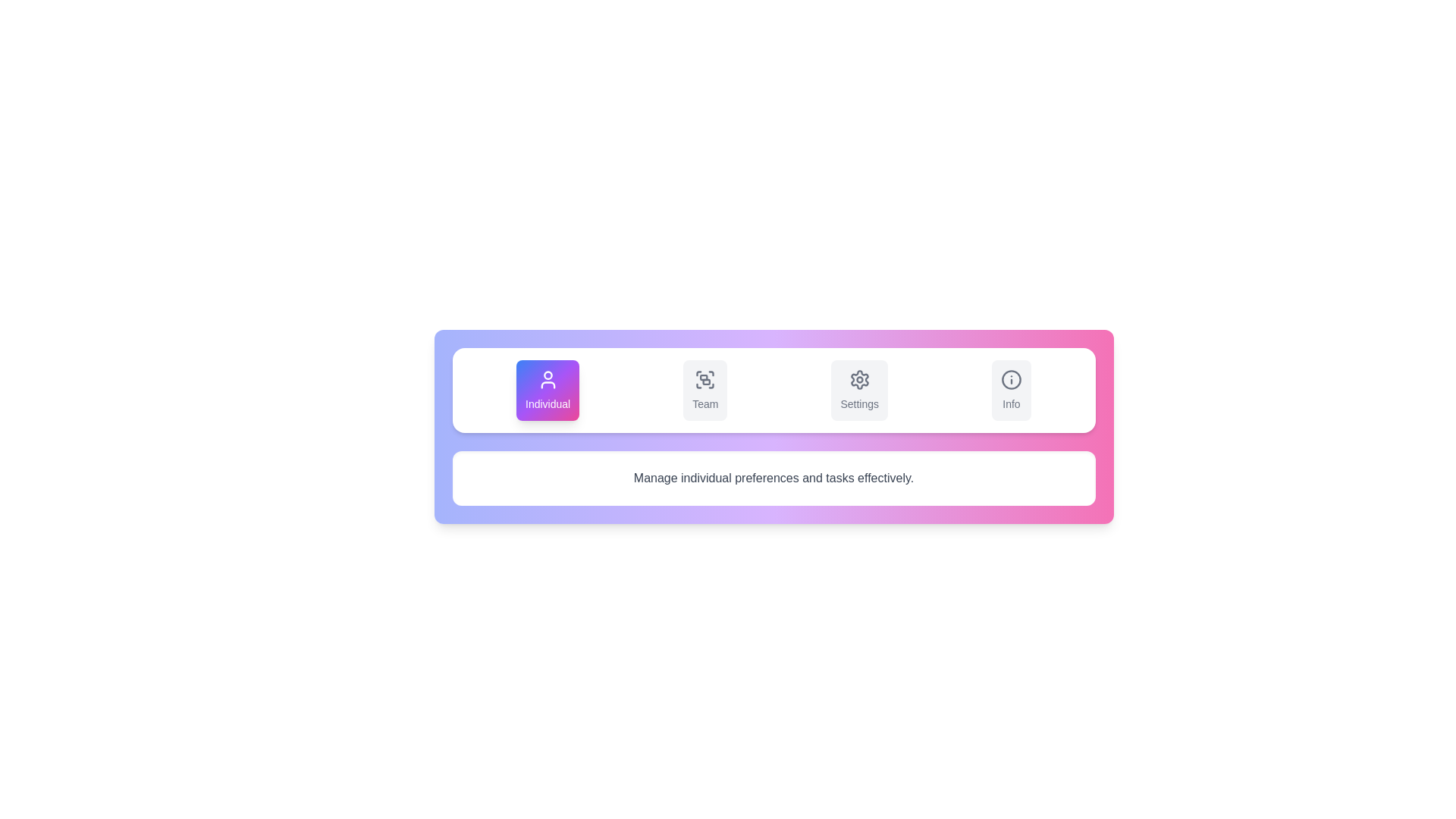 This screenshot has width=1456, height=819. Describe the element at coordinates (547, 384) in the screenshot. I see `the vector graphic component representing the user's body in the user profile icon located in the upper section of the interface` at that location.